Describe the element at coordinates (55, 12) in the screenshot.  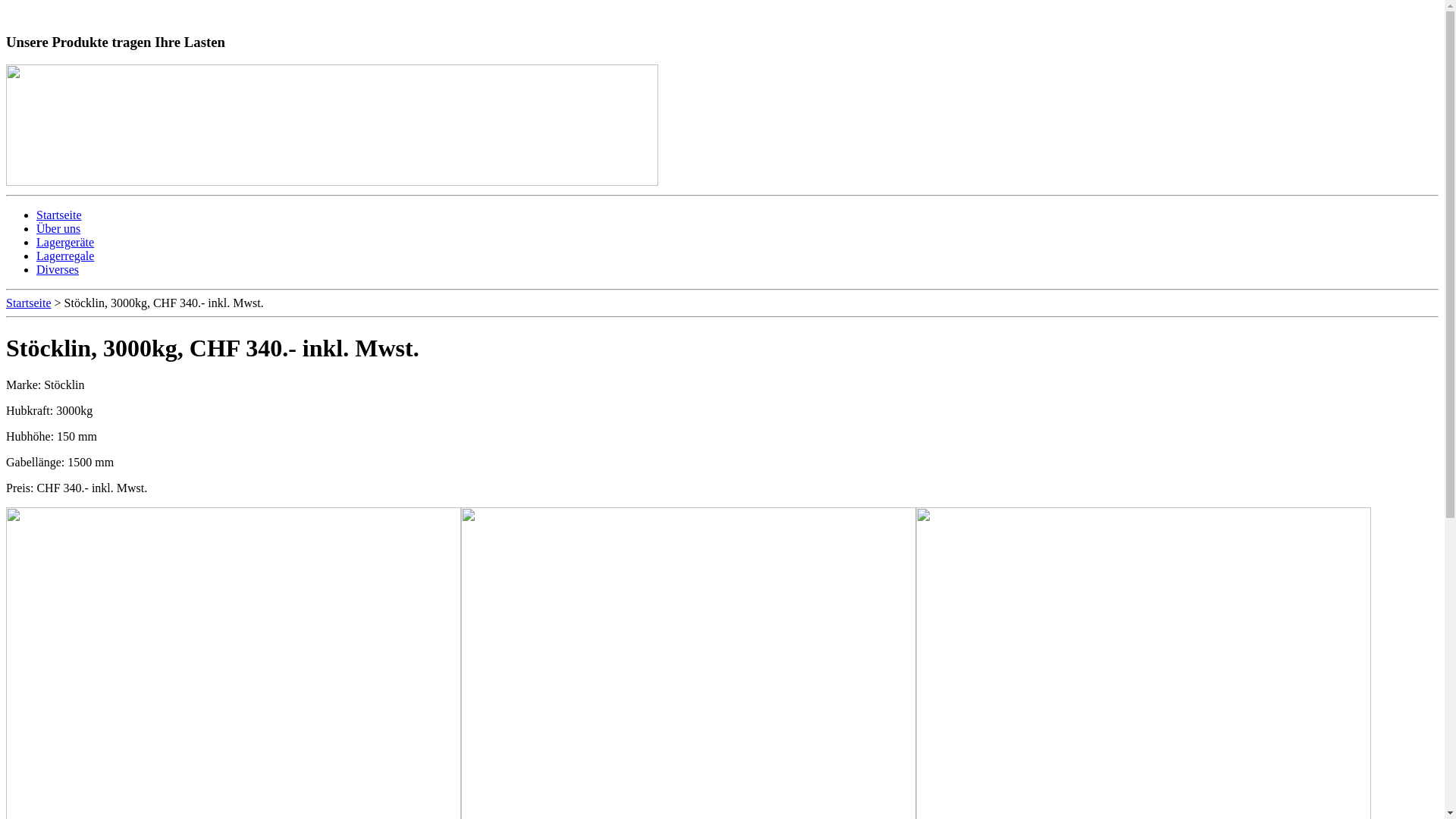
I see `'Zur Startseite'` at that location.